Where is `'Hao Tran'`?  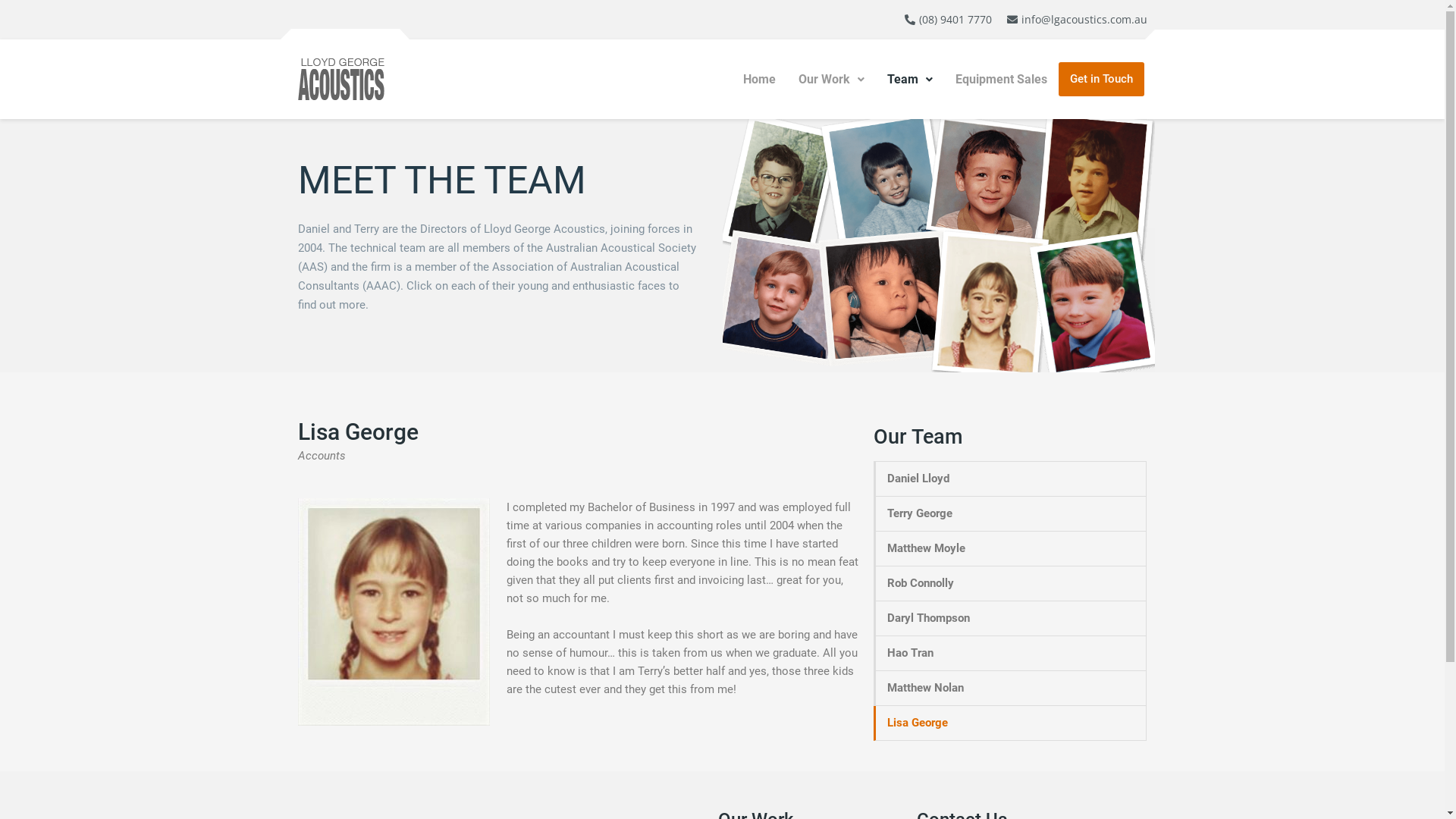 'Hao Tran' is located at coordinates (1011, 652).